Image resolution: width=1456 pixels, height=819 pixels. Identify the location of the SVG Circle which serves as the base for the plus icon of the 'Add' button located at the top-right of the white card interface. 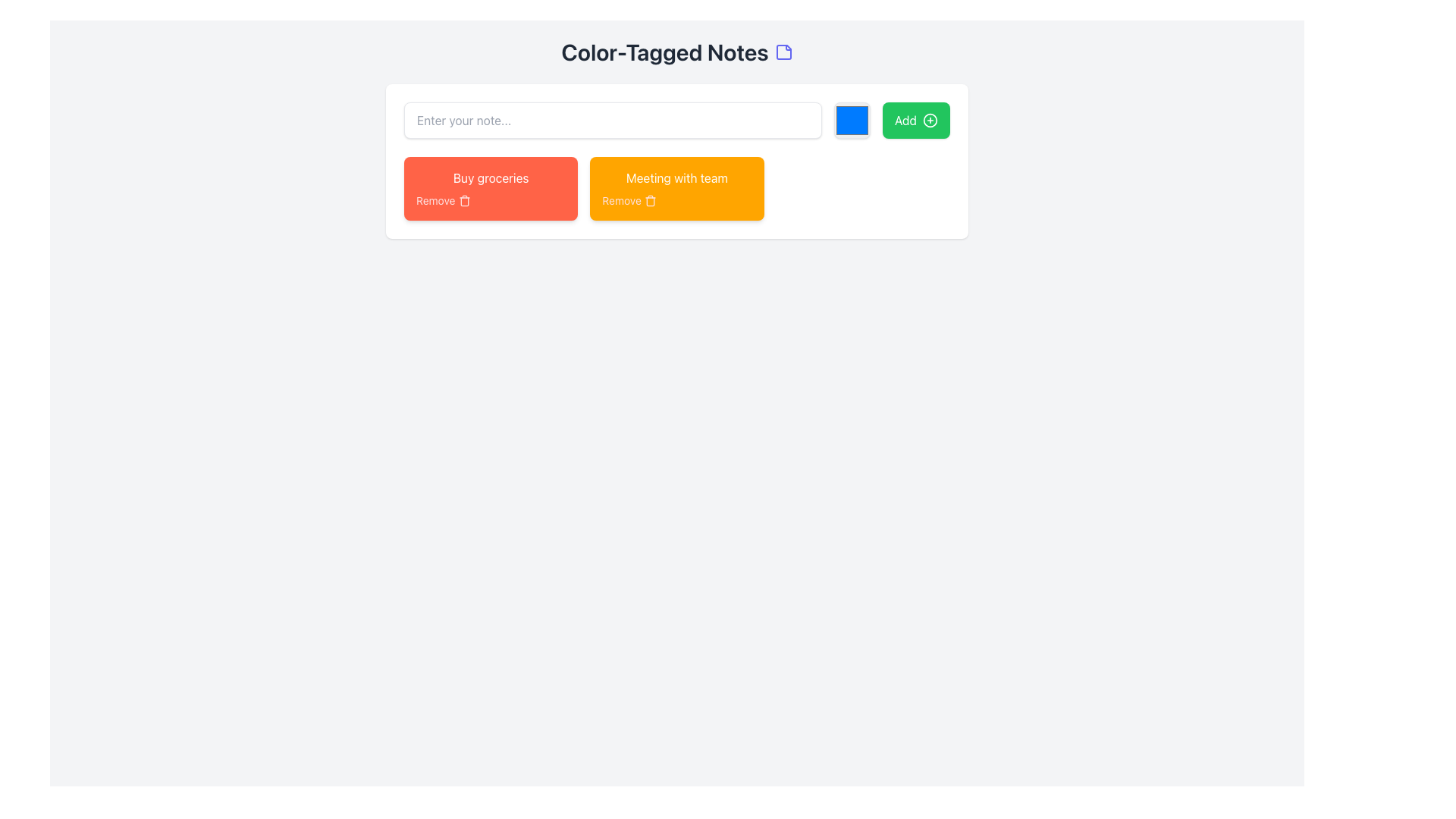
(930, 119).